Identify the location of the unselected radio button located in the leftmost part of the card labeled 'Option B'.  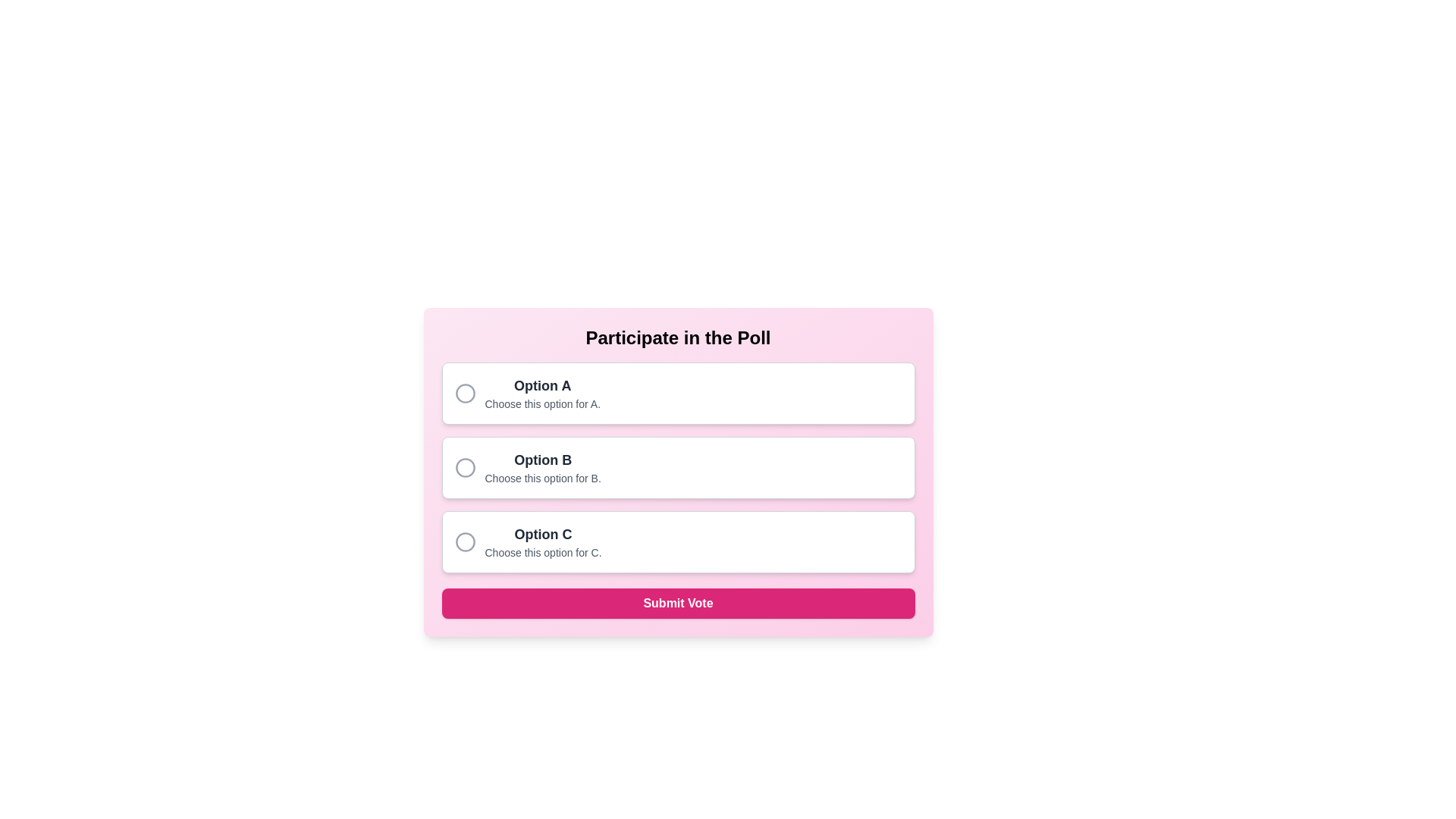
(464, 467).